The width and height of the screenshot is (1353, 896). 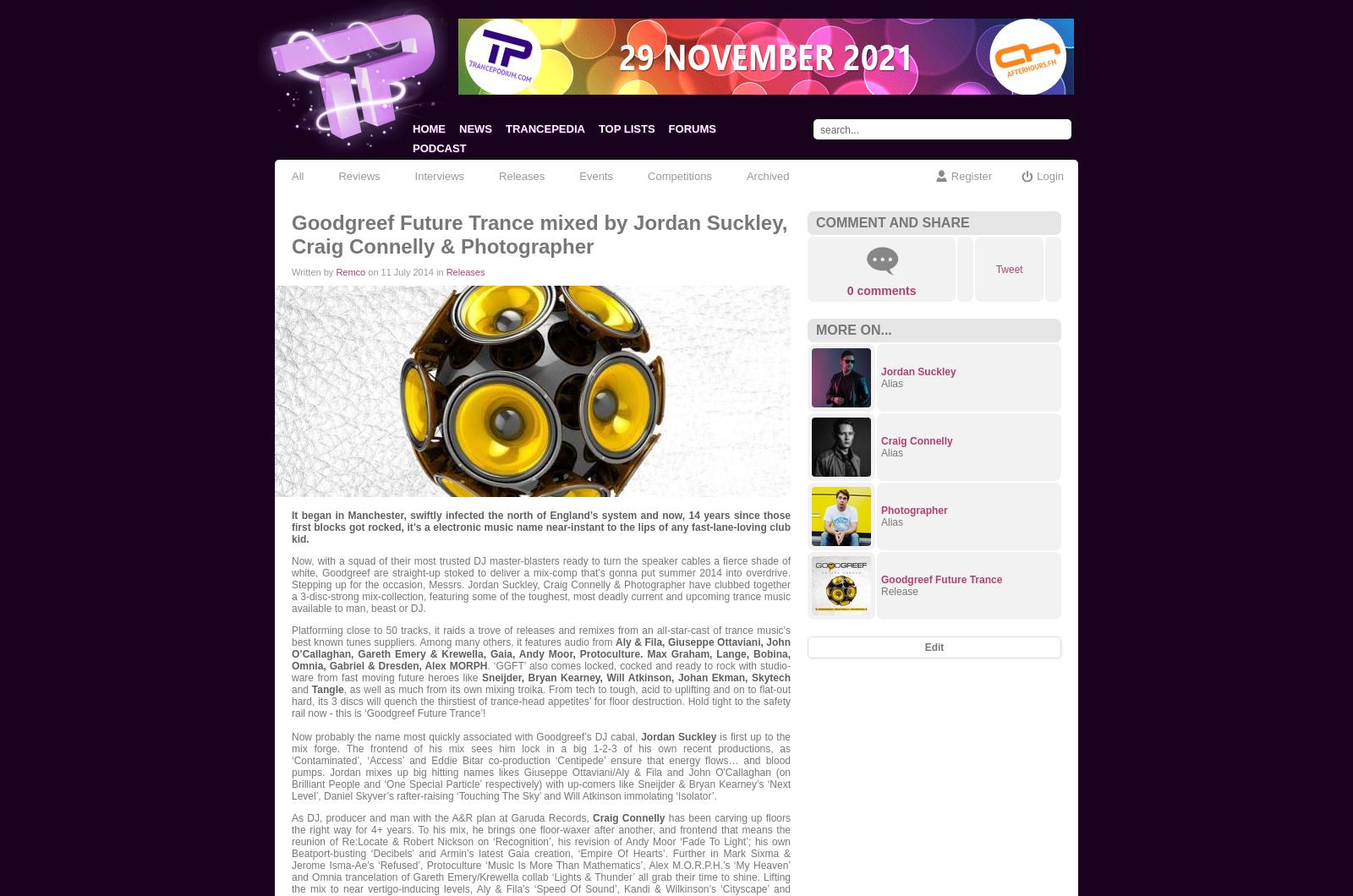 What do you see at coordinates (314, 272) in the screenshot?
I see `'Written by'` at bounding box center [314, 272].